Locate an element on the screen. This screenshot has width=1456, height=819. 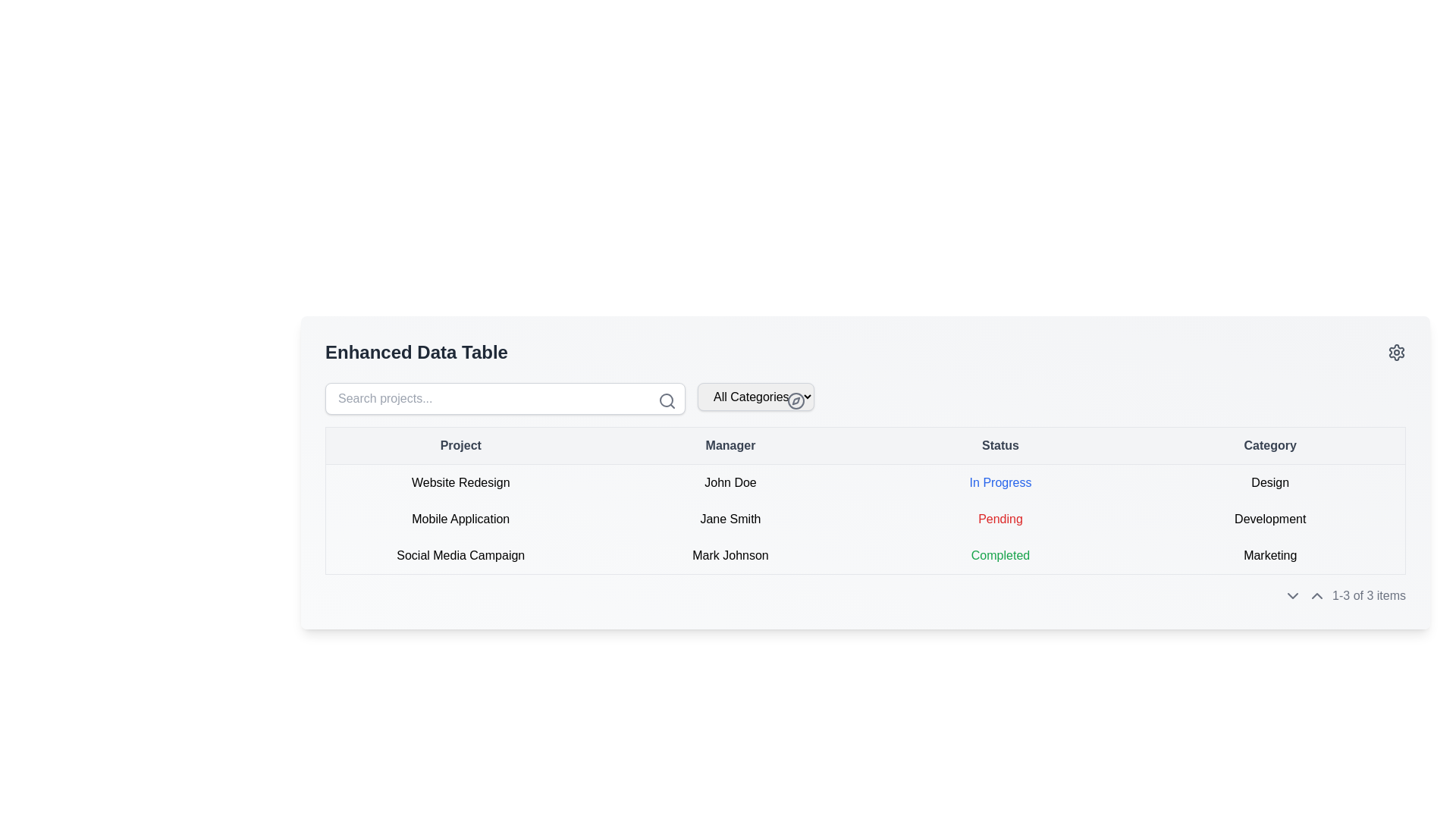
text label that serves as the heading for the 'Category' column in the table, located at the top-right corner of the table layout is located at coordinates (1270, 444).